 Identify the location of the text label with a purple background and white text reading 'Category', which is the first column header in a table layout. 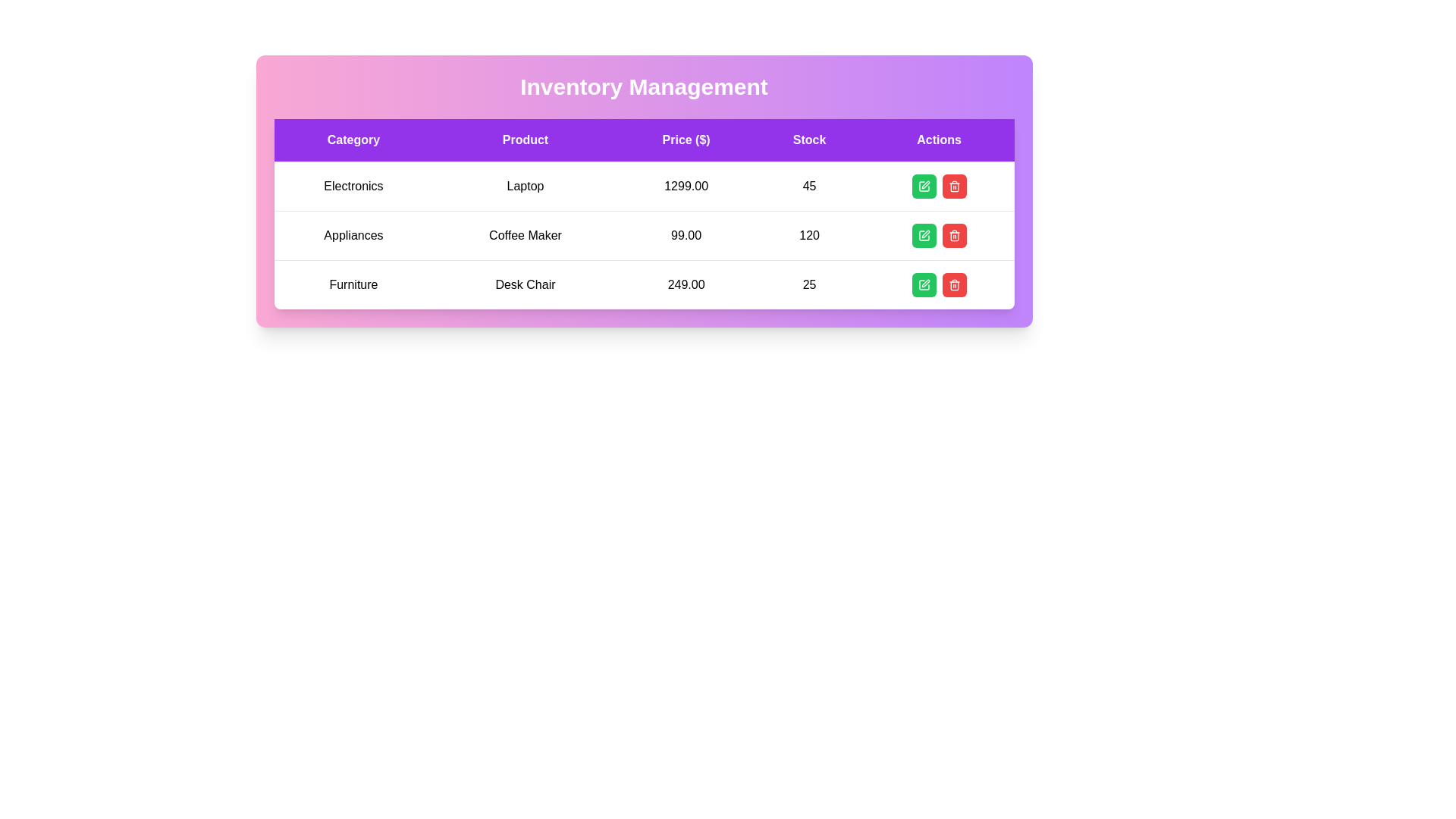
(353, 140).